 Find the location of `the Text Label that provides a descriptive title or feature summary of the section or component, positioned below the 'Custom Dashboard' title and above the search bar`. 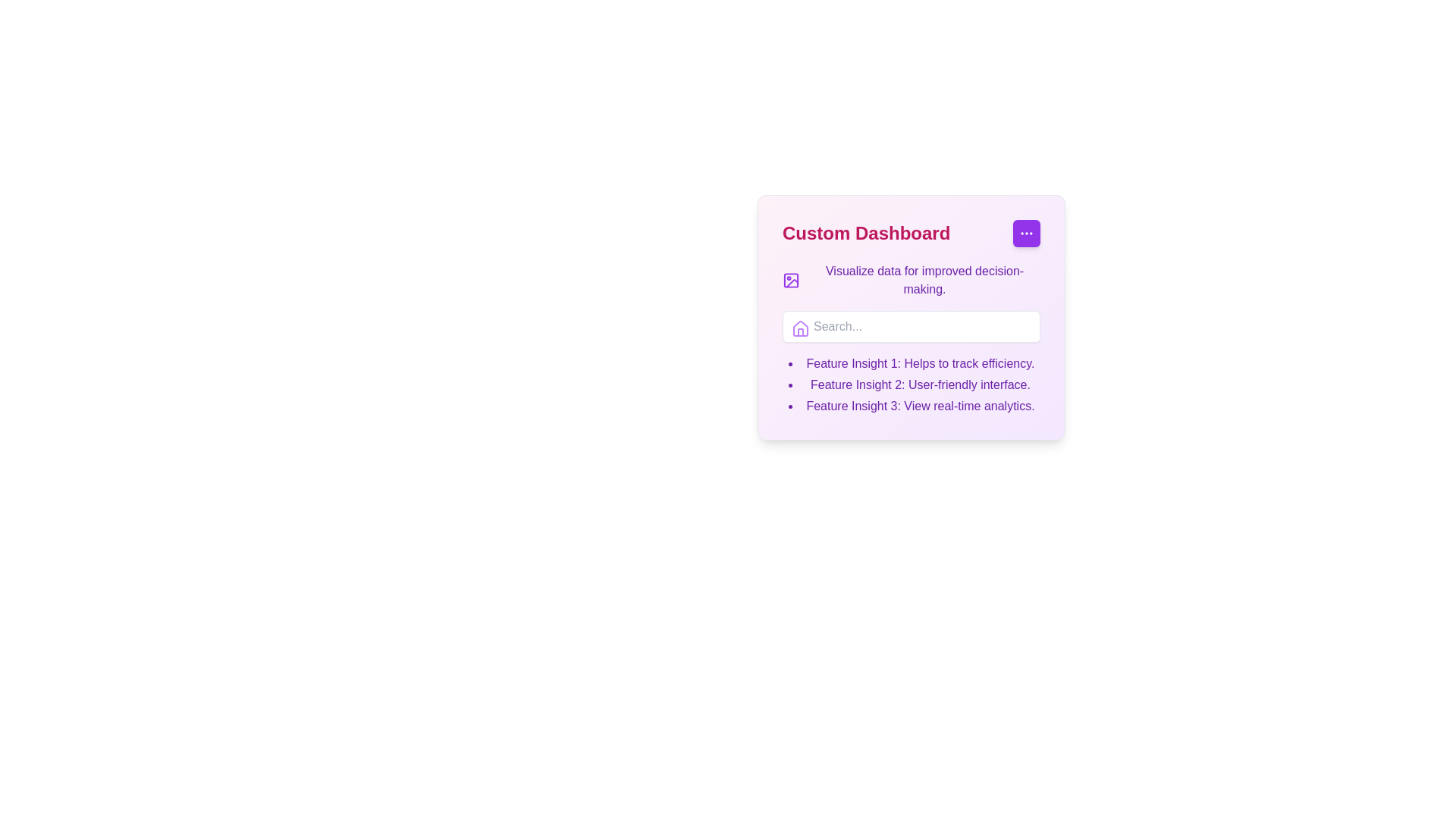

the Text Label that provides a descriptive title or feature summary of the section or component, positioned below the 'Custom Dashboard' title and above the search bar is located at coordinates (910, 281).